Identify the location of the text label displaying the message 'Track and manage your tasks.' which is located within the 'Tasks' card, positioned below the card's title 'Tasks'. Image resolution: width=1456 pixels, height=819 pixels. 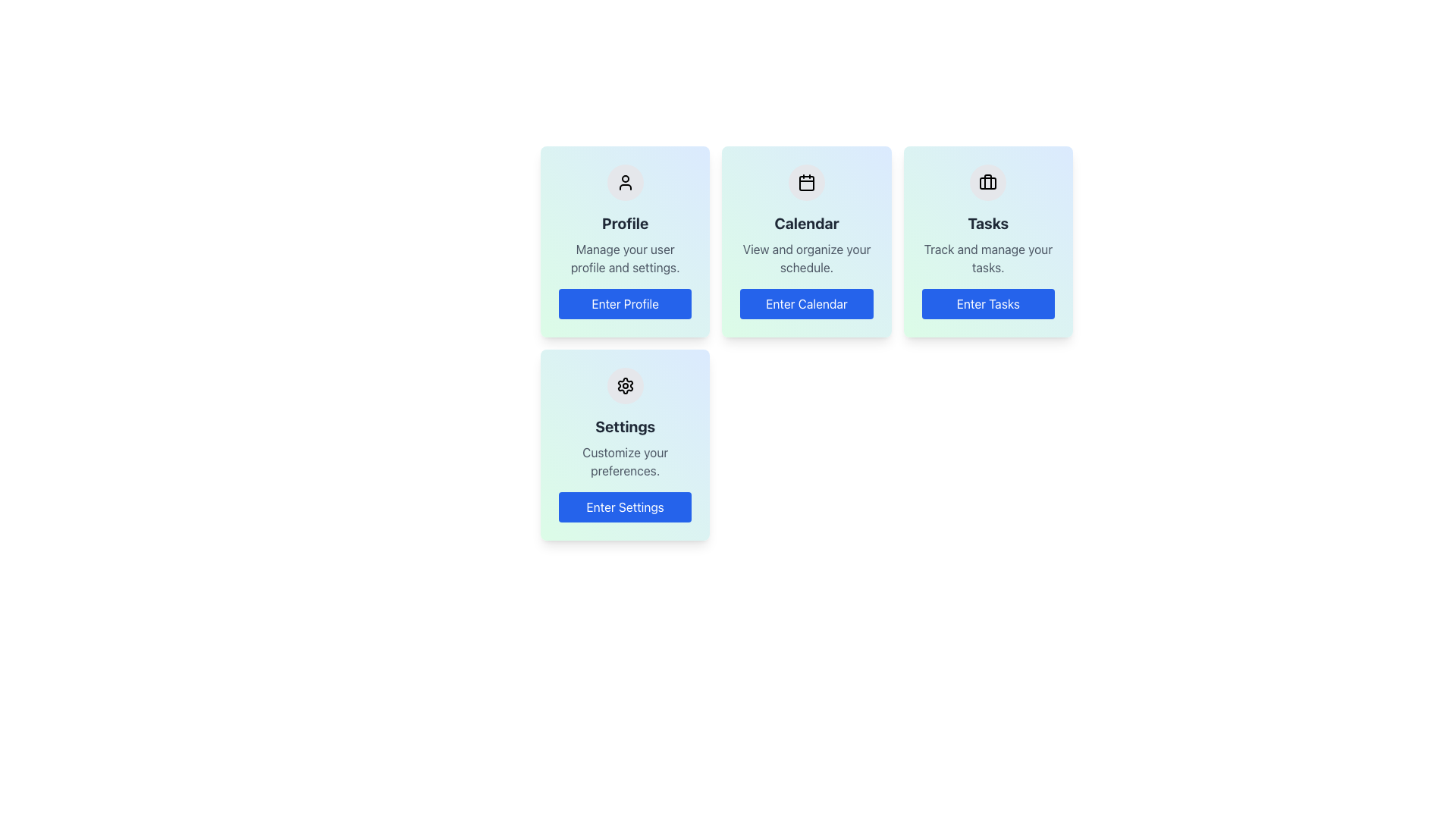
(988, 257).